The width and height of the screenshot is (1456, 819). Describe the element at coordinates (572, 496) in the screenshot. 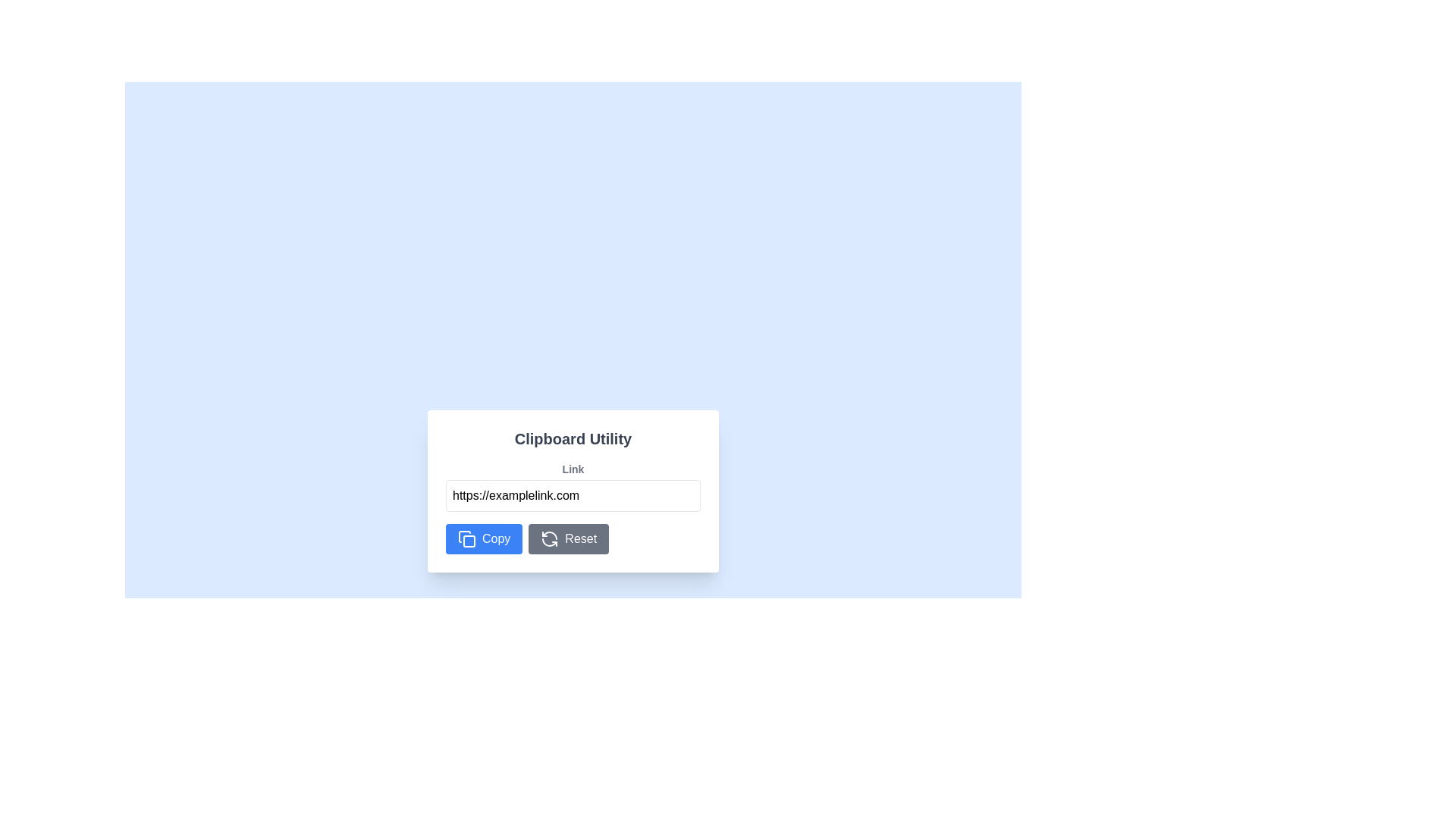

I see `on the text input field for the URL located below the 'Link' label in the 'Clipboard Utility' card` at that location.